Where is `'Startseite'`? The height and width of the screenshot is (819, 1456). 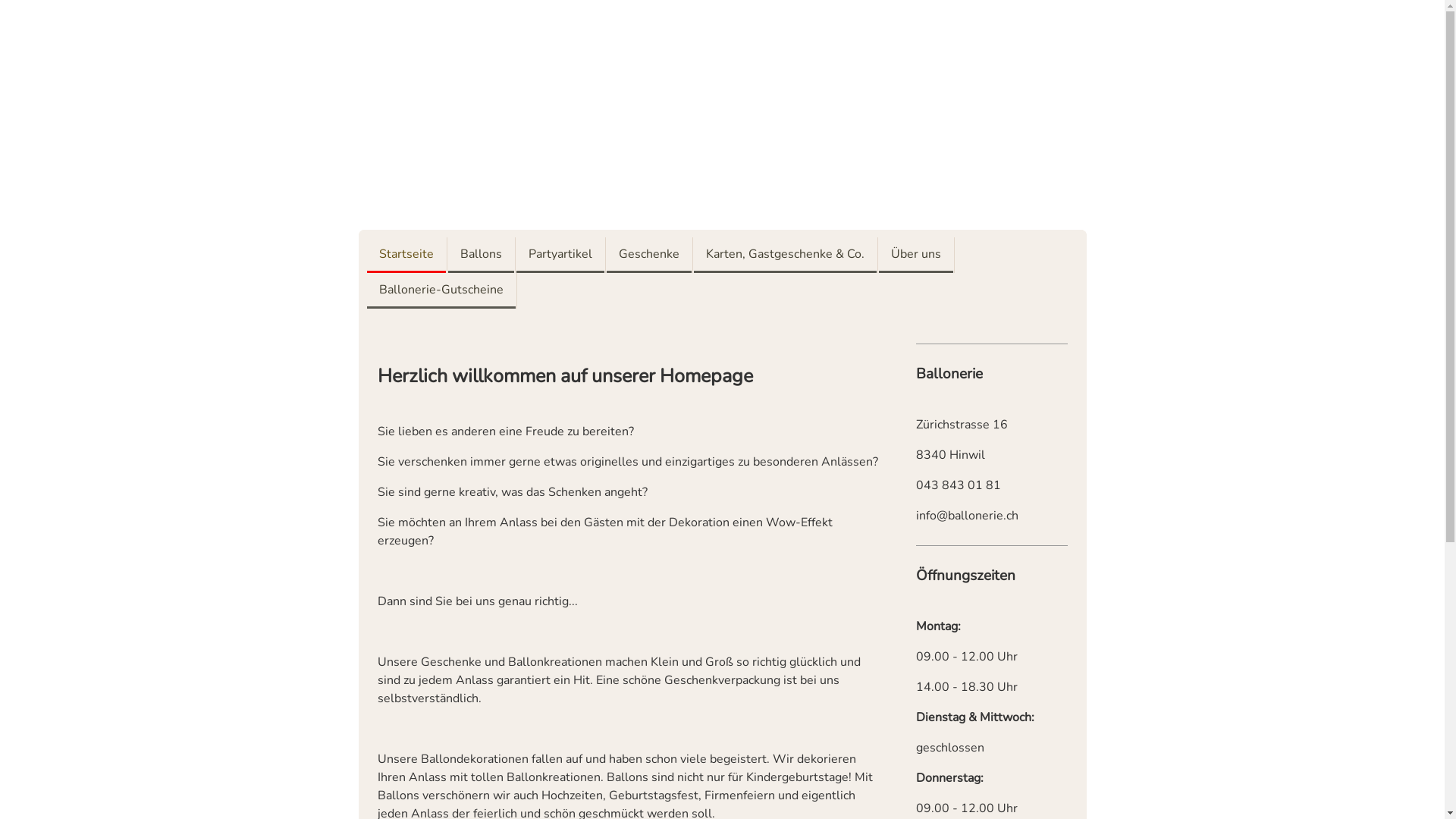
'Startseite' is located at coordinates (406, 254).